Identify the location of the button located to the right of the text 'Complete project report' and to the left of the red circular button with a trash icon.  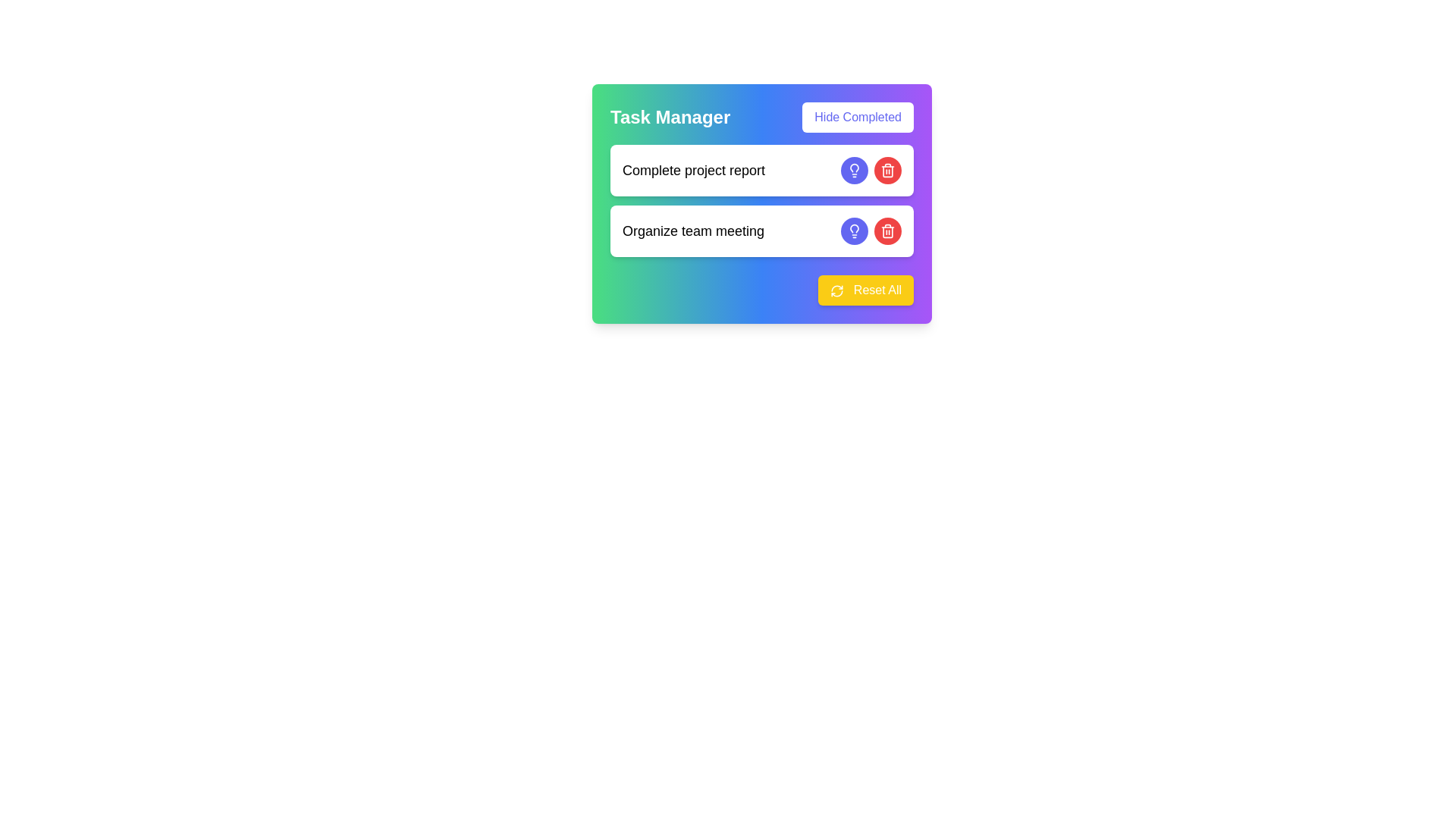
(855, 170).